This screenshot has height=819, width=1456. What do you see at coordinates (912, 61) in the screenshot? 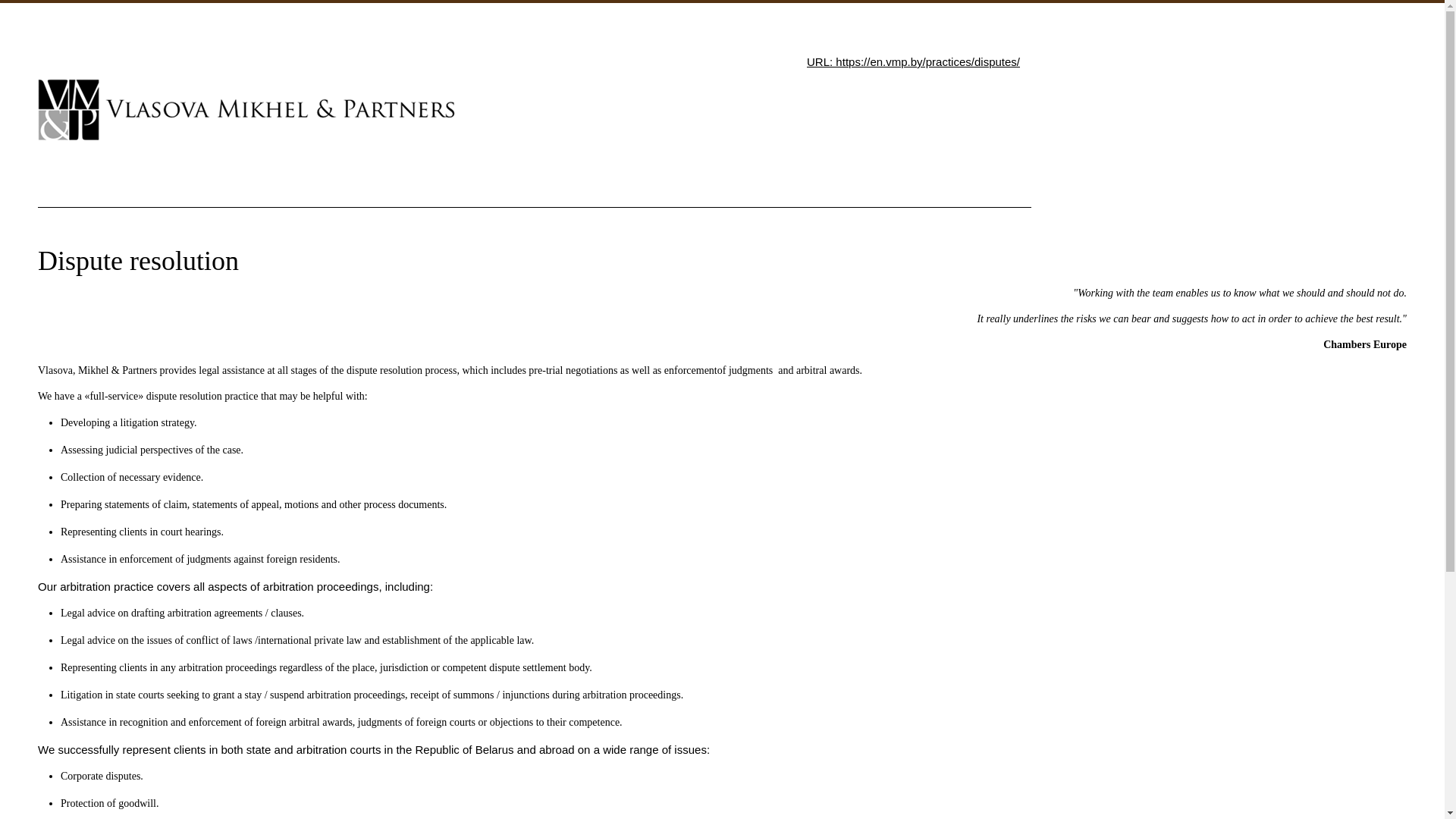
I see `'URL: https://en.vmp.by/practices/disputes/'` at bounding box center [912, 61].